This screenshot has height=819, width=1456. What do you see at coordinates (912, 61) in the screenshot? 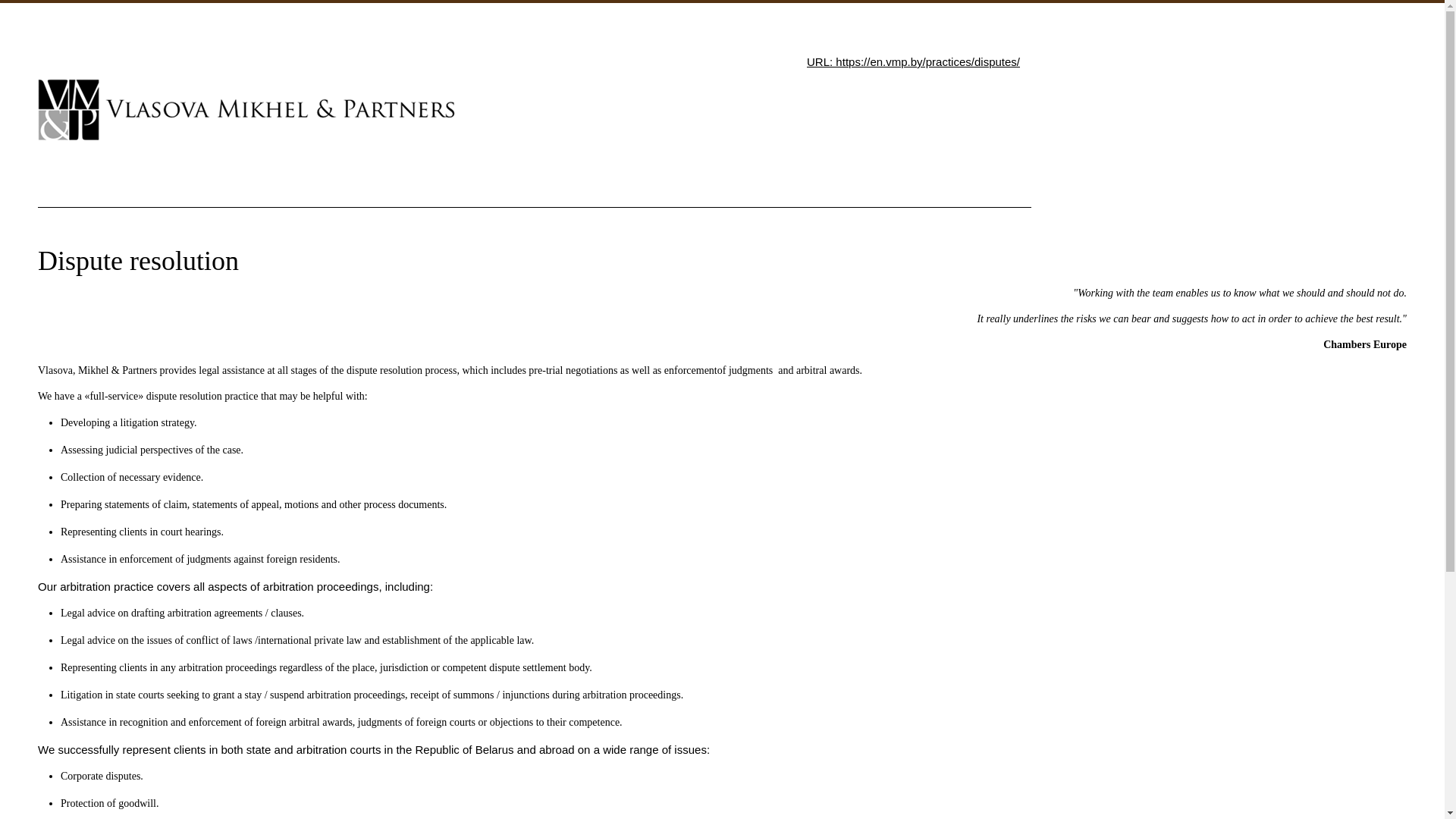
I see `'URL: https://en.vmp.by/practices/disputes/'` at bounding box center [912, 61].